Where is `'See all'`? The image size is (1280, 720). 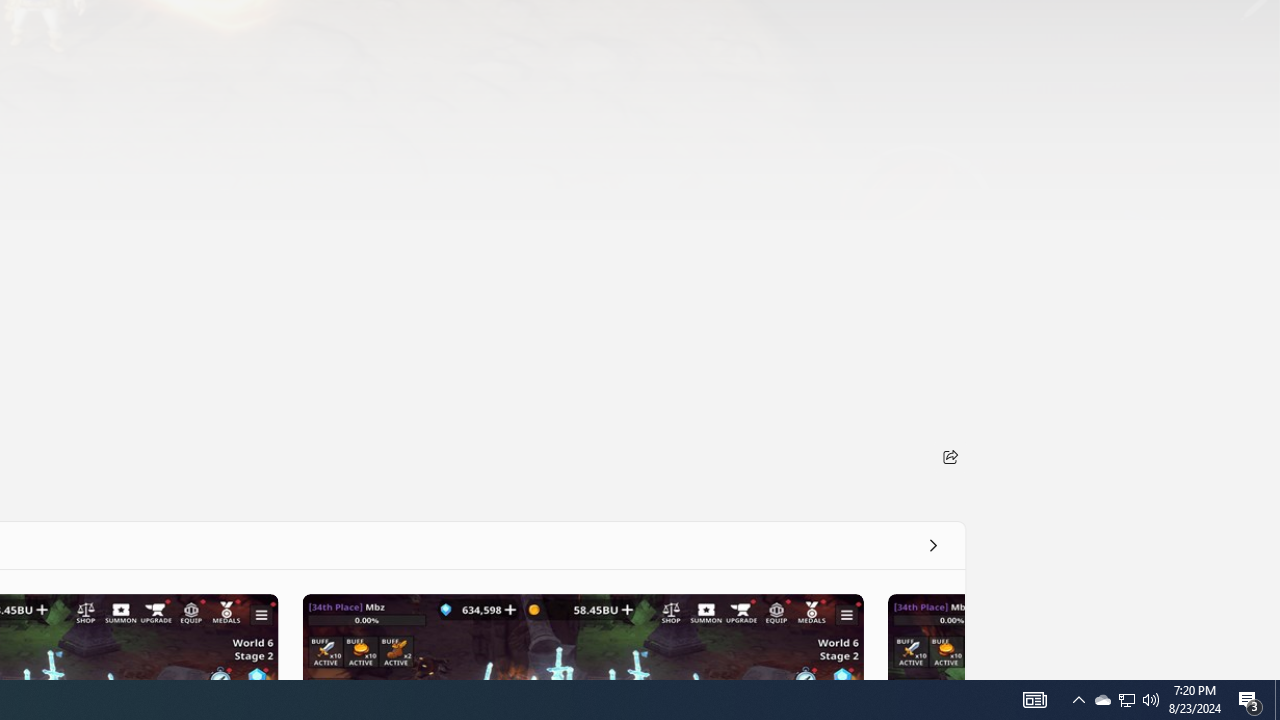
'See all' is located at coordinates (931, 545).